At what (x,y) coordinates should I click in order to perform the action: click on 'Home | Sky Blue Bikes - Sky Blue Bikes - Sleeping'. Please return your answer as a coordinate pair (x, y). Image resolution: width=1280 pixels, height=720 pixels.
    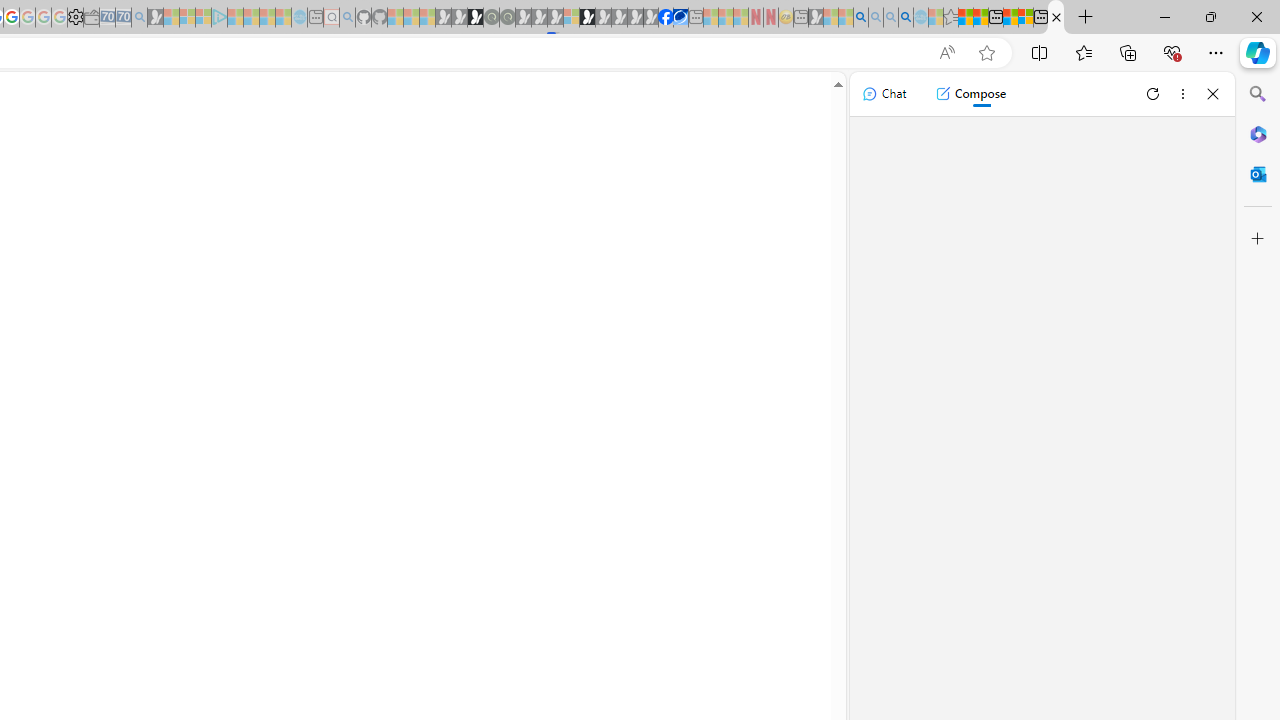
    Looking at the image, I should click on (298, 17).